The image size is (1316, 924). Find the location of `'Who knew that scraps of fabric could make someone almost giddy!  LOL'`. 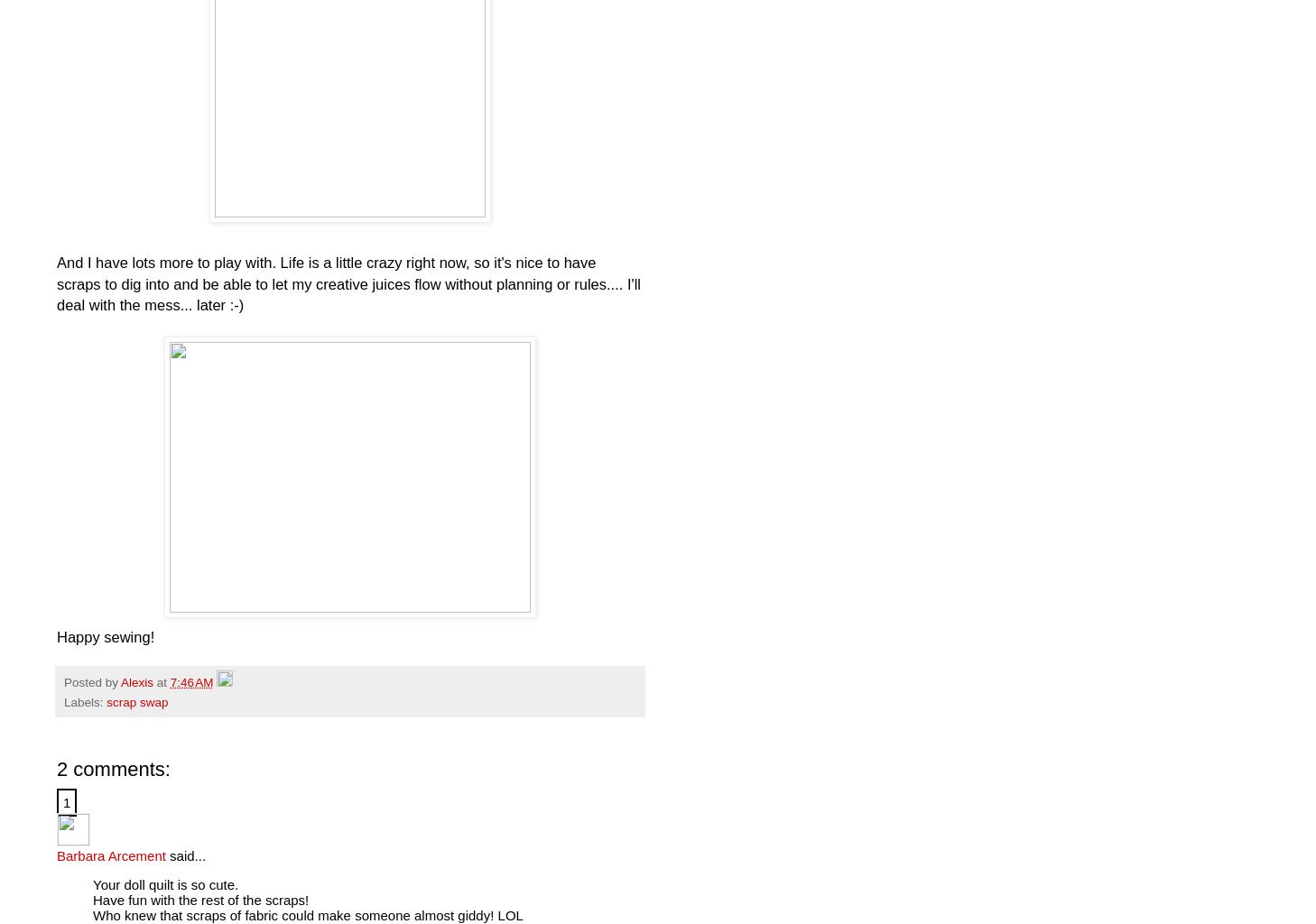

'Who knew that scraps of fabric could make someone almost giddy!  LOL' is located at coordinates (307, 914).